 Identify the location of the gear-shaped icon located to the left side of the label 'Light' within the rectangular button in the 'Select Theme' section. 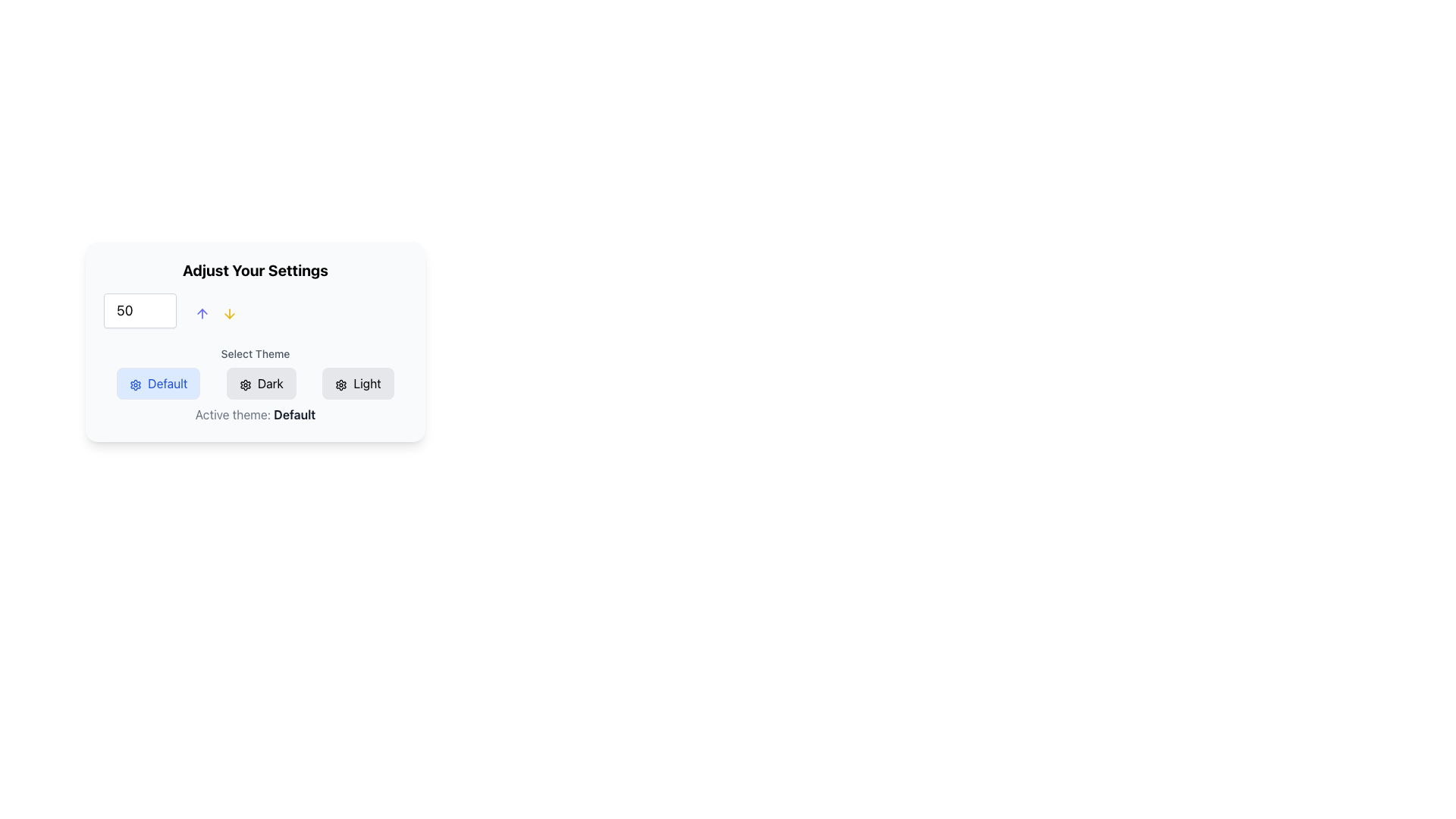
(340, 384).